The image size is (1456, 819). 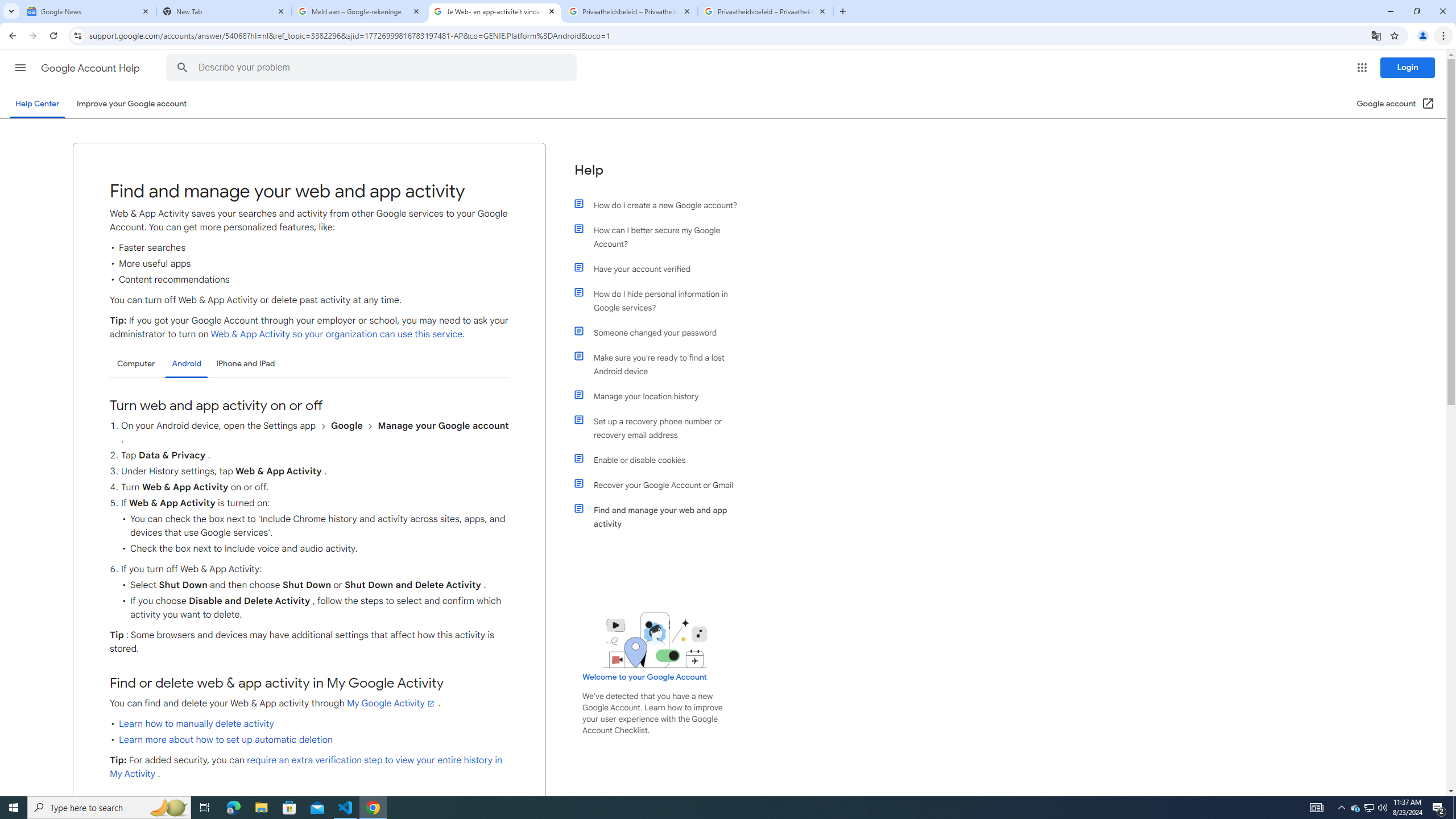 What do you see at coordinates (661, 236) in the screenshot?
I see `'How can I better secure my Google Account?'` at bounding box center [661, 236].